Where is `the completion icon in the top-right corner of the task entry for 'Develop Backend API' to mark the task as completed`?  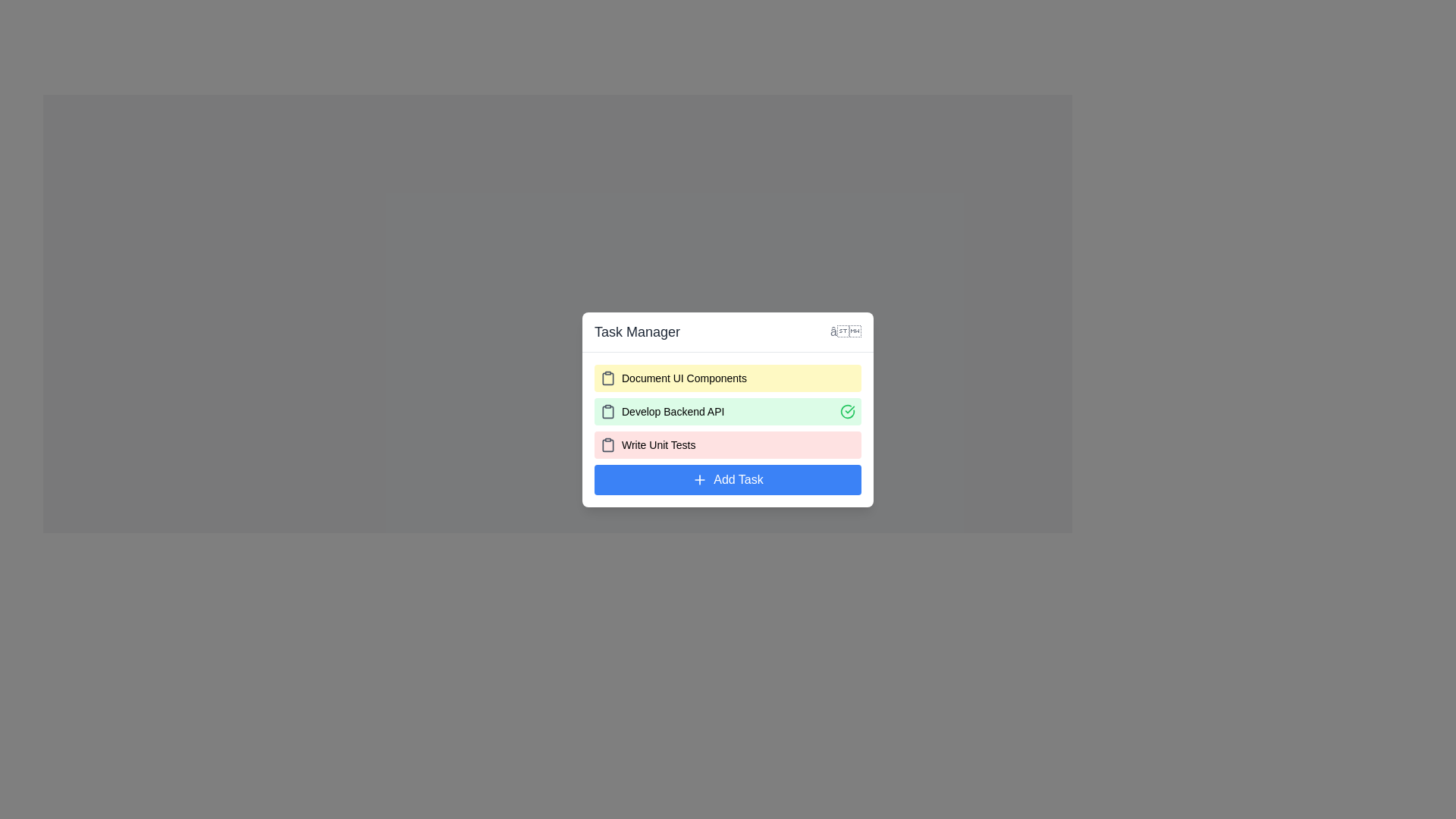 the completion icon in the top-right corner of the task entry for 'Develop Backend API' to mark the task as completed is located at coordinates (847, 411).